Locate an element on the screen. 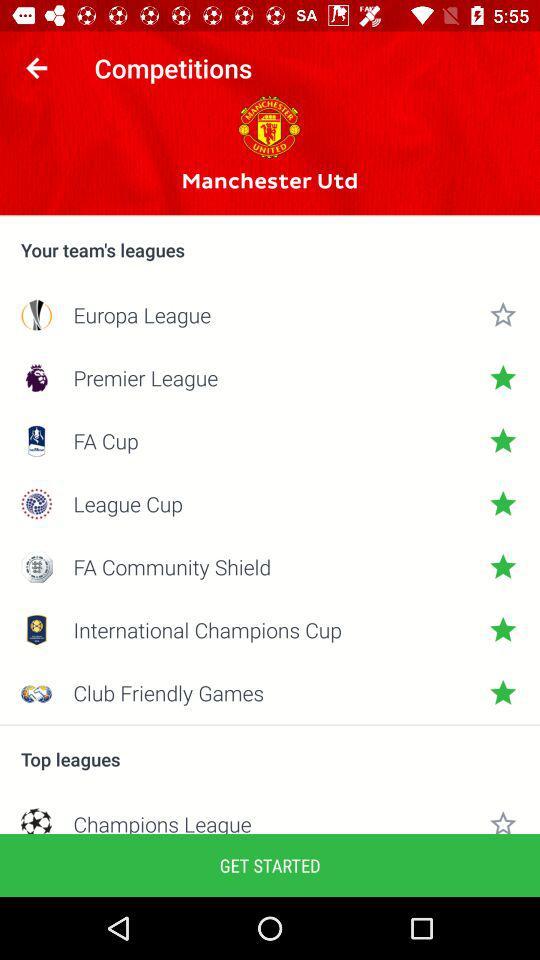 The image size is (540, 960). europa league is located at coordinates (270, 314).